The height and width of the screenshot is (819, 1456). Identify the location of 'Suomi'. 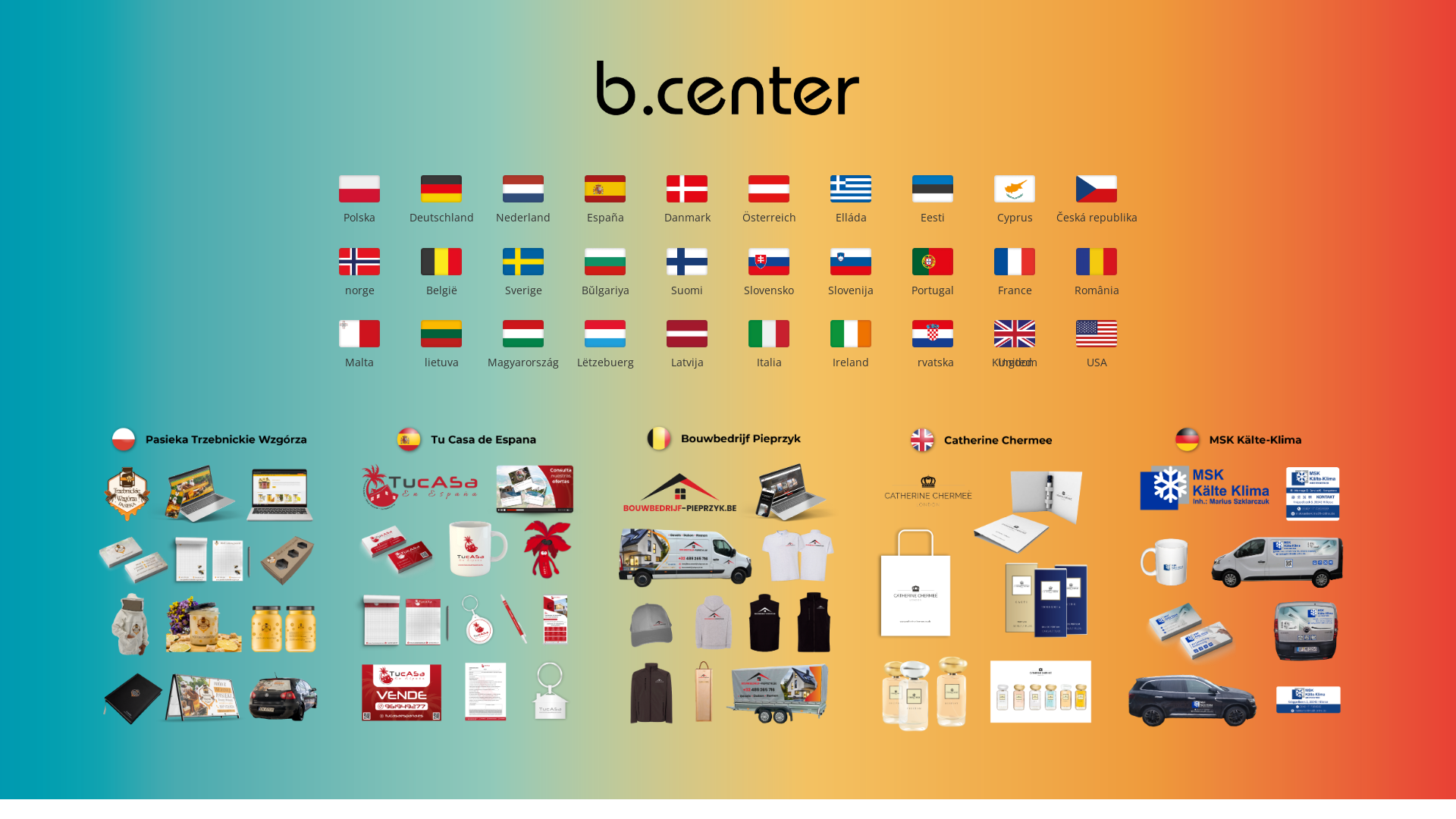
(686, 290).